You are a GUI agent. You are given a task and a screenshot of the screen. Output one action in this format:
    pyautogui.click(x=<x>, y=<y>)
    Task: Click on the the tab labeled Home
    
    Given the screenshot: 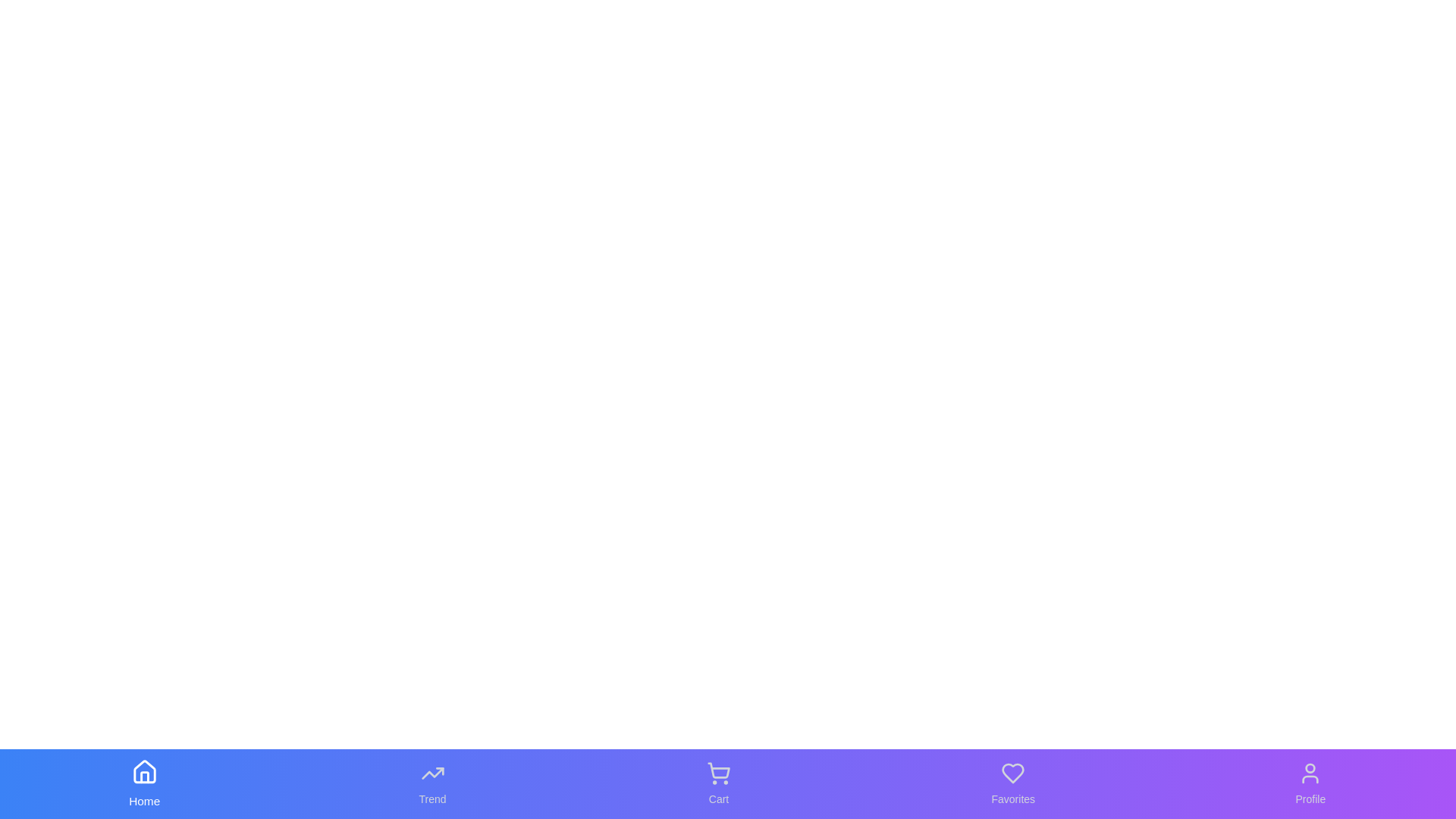 What is the action you would take?
    pyautogui.click(x=144, y=783)
    